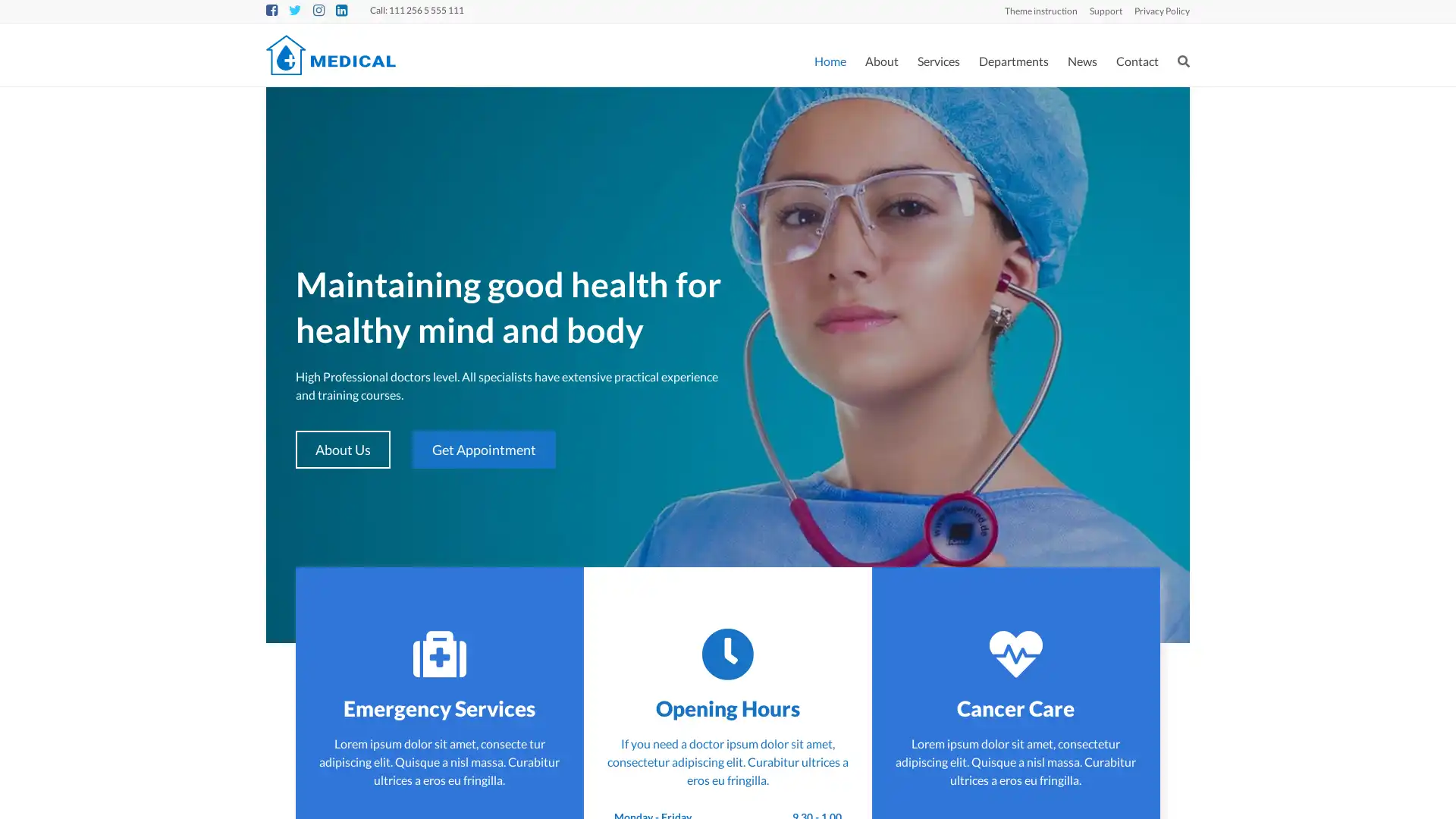  What do you see at coordinates (342, 449) in the screenshot?
I see `About Us` at bounding box center [342, 449].